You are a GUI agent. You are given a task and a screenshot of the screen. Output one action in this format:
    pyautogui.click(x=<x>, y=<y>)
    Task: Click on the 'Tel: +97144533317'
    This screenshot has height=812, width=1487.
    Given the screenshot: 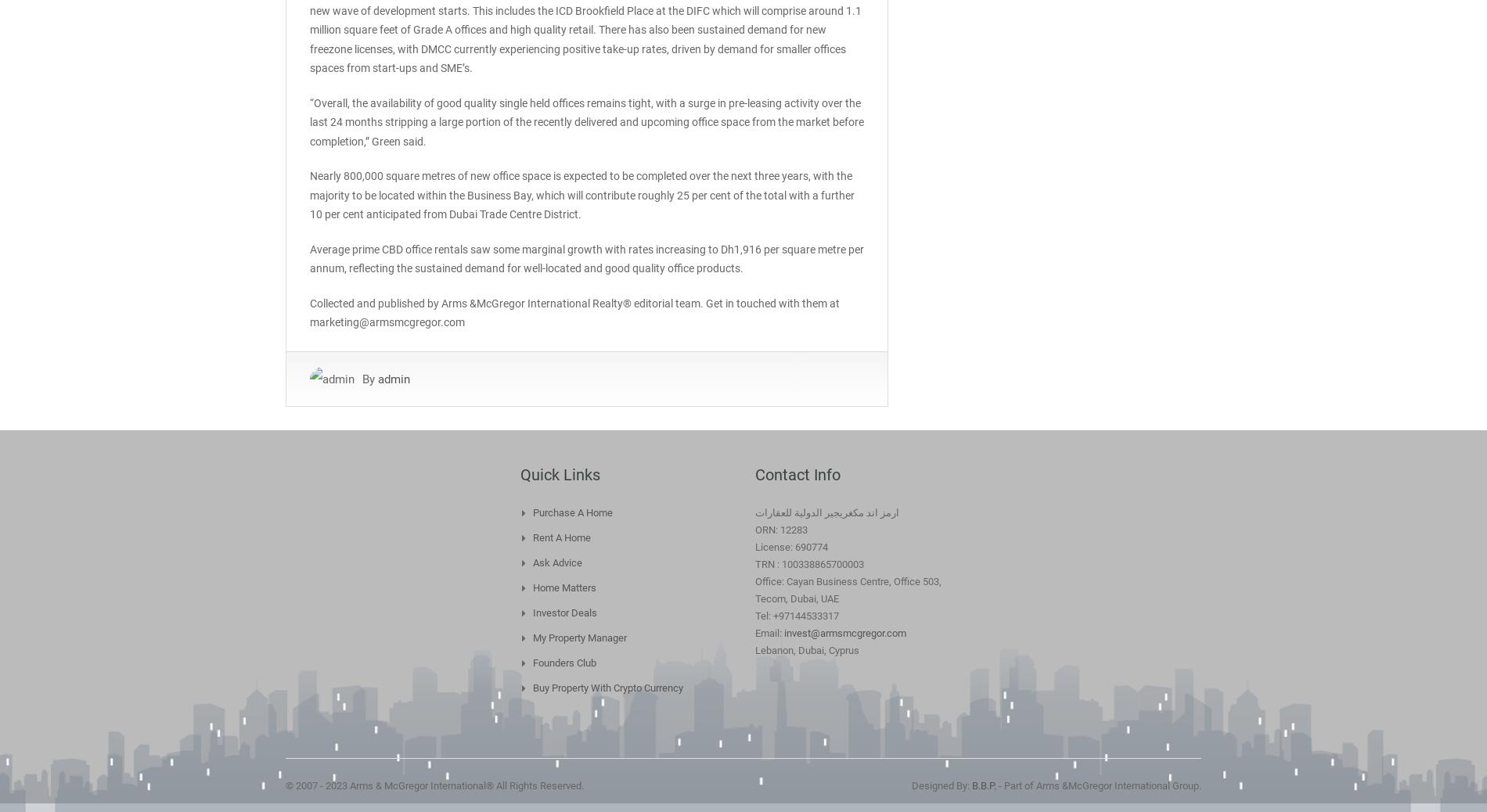 What is the action you would take?
    pyautogui.click(x=797, y=615)
    